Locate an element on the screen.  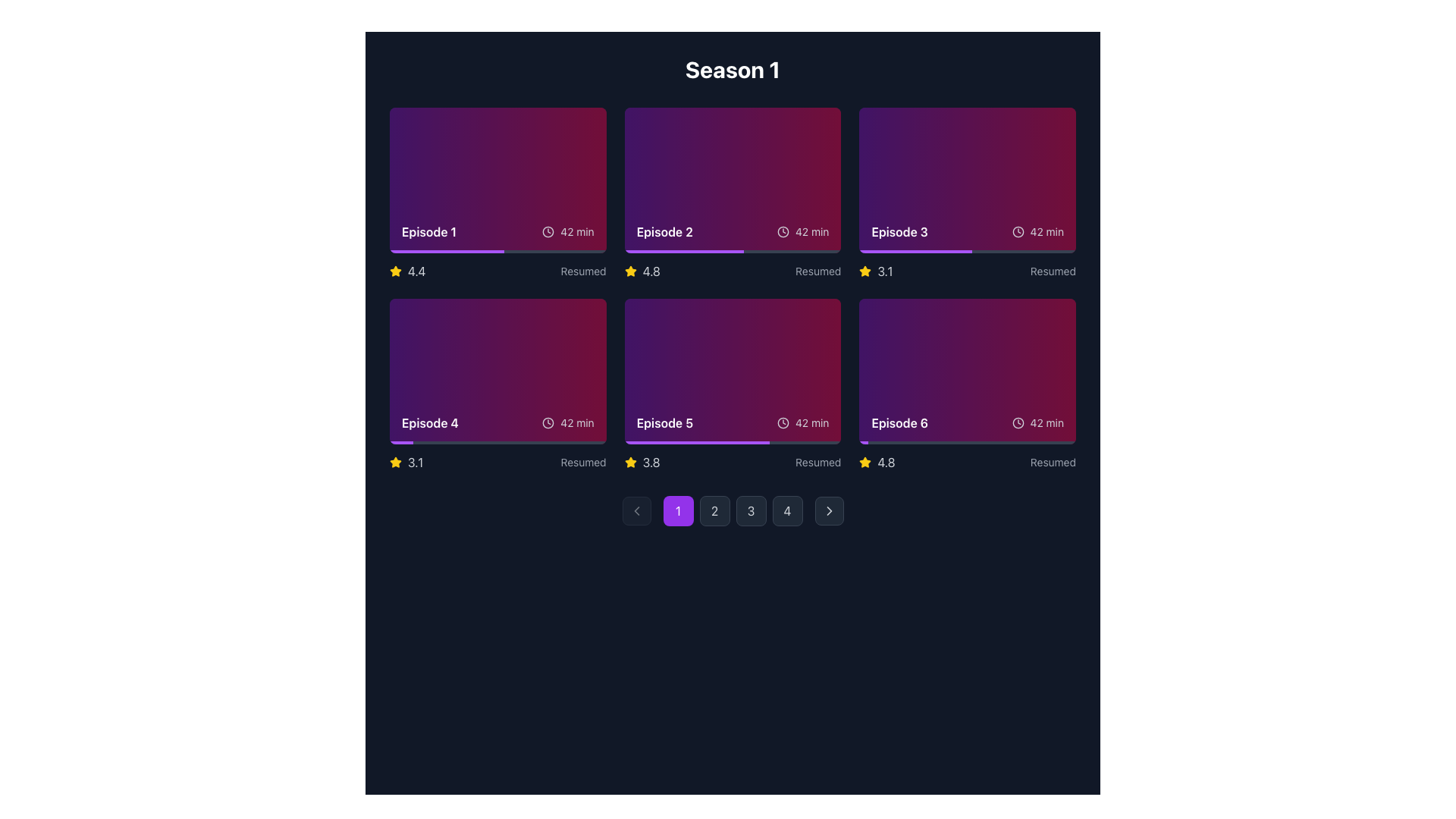
the text display component showing the duration of the episode, which is 42 minutes, located in the upper-right section of the card labeled 'Episode 2' is located at coordinates (802, 231).